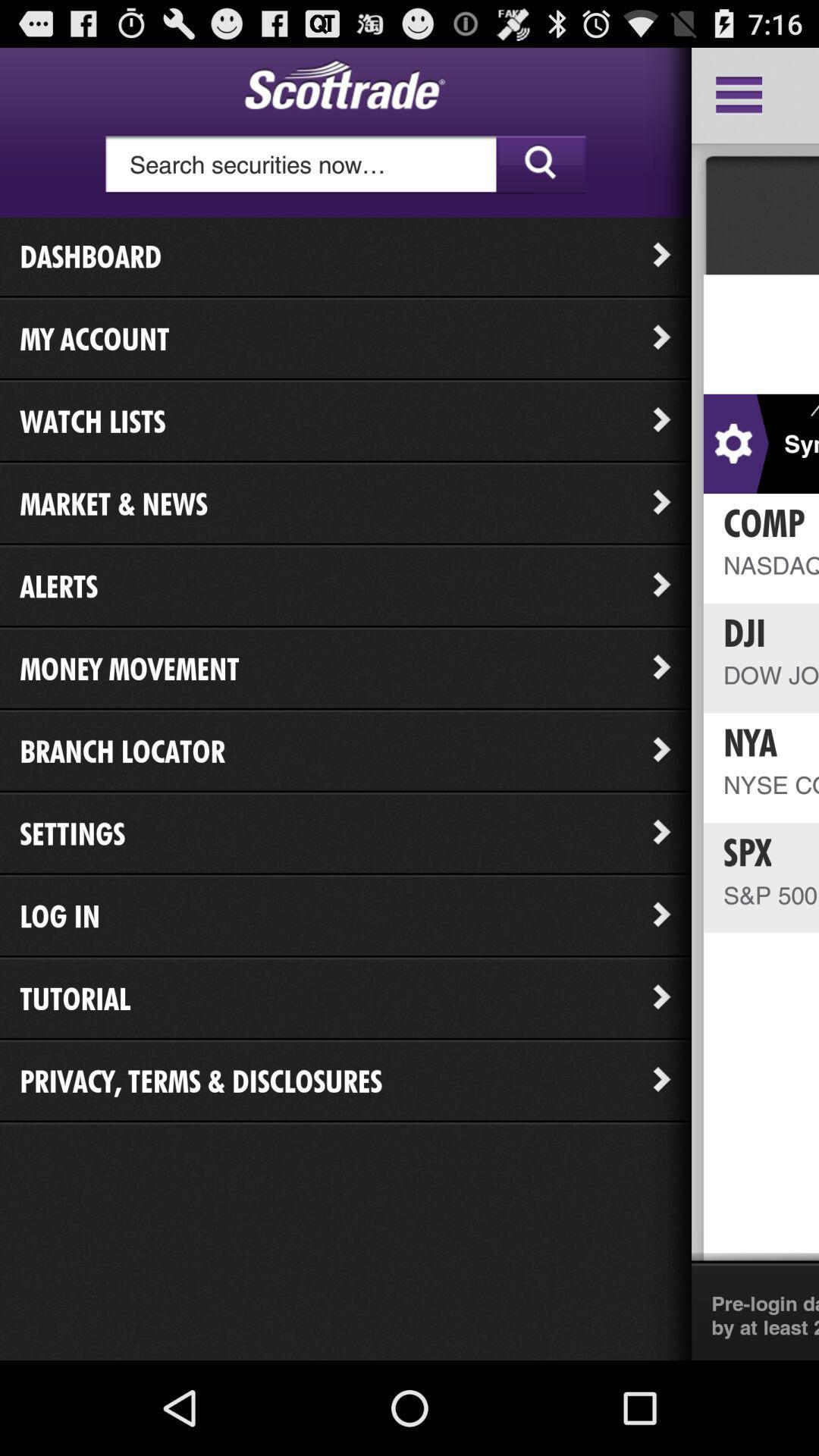 The height and width of the screenshot is (1456, 819). Describe the element at coordinates (345, 165) in the screenshot. I see `search bar` at that location.